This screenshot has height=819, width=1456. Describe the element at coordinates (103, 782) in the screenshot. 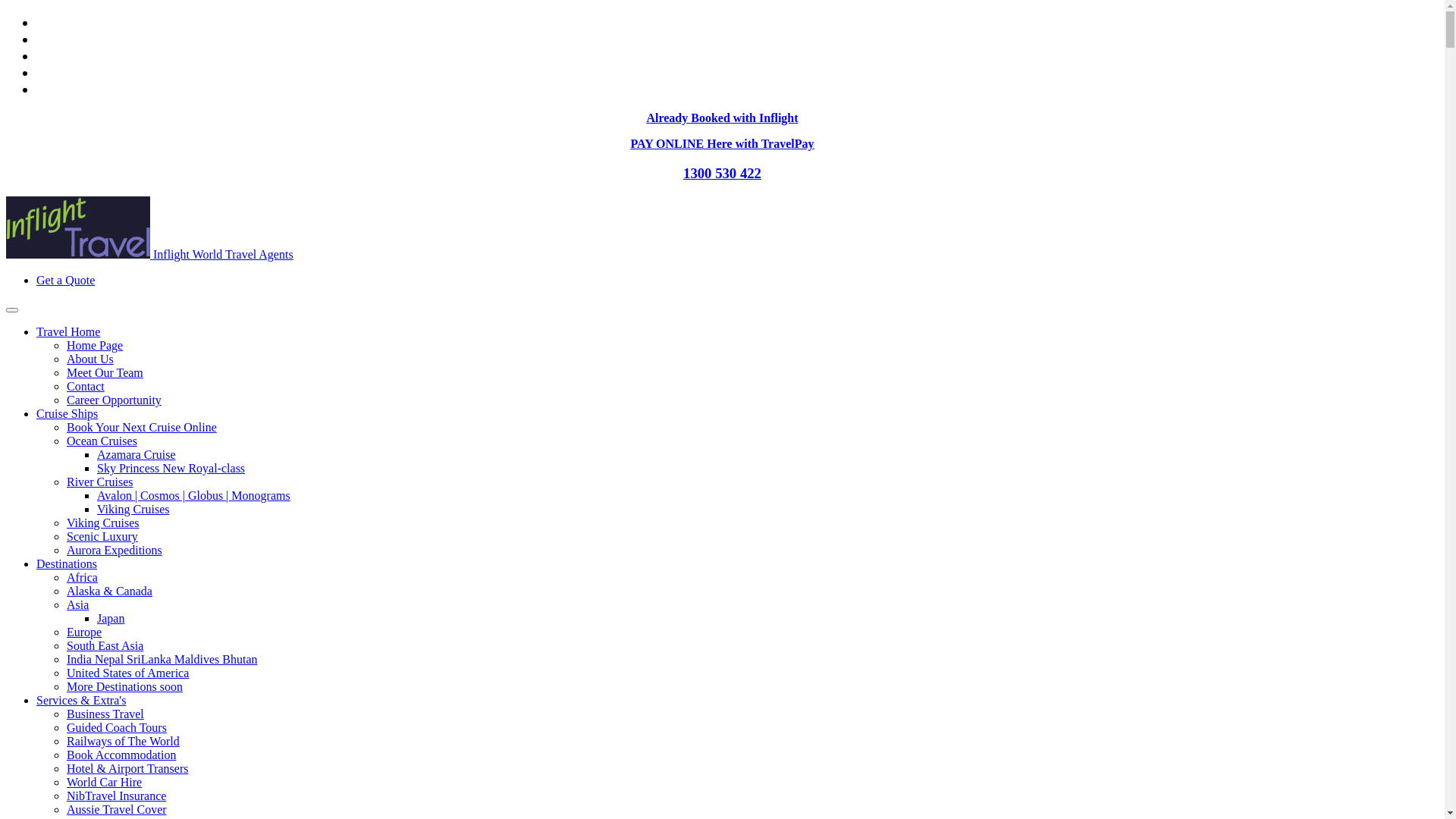

I see `'World Car Hire'` at that location.